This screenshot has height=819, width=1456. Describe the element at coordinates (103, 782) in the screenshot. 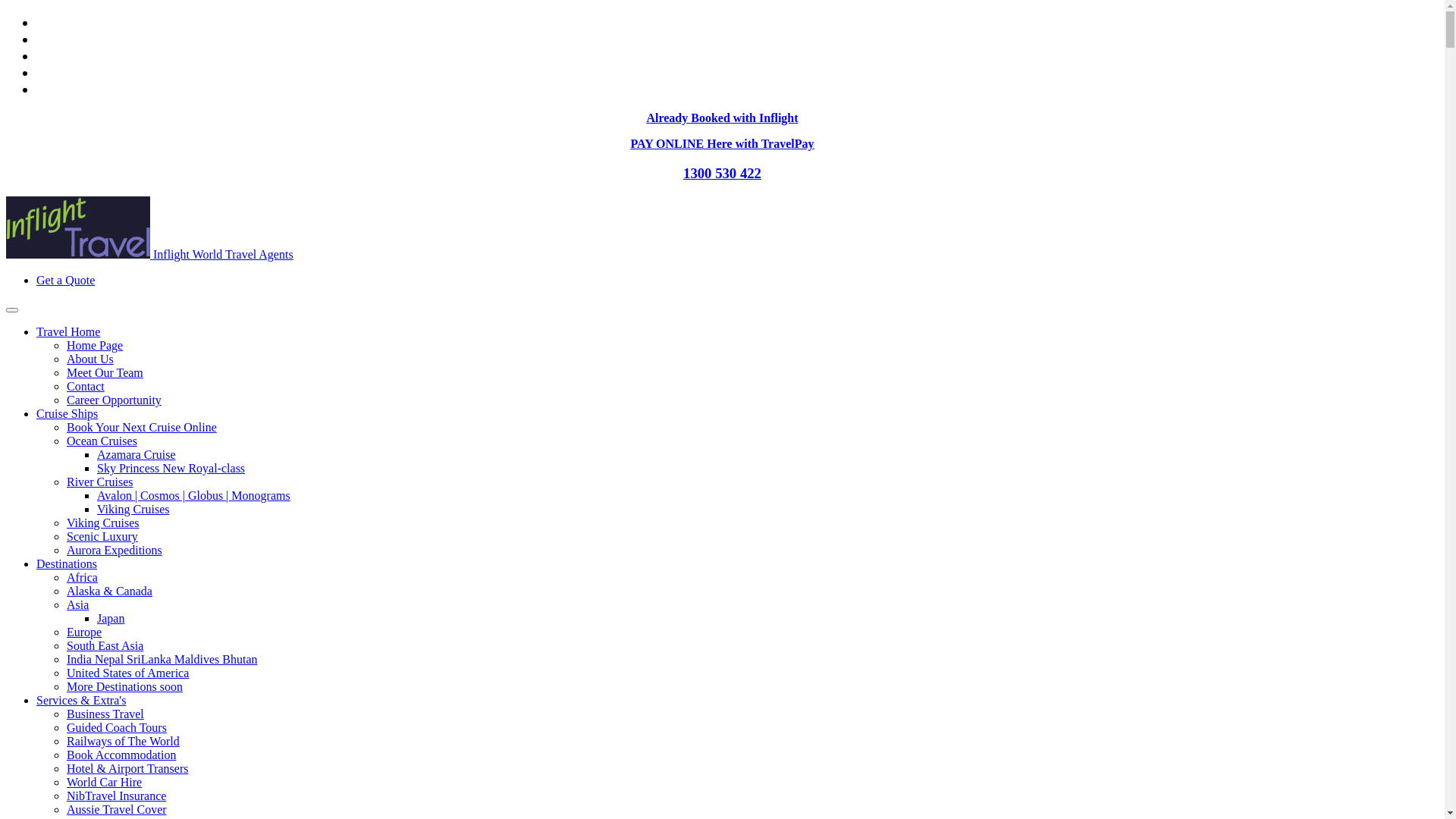

I see `'World Car Hire'` at that location.